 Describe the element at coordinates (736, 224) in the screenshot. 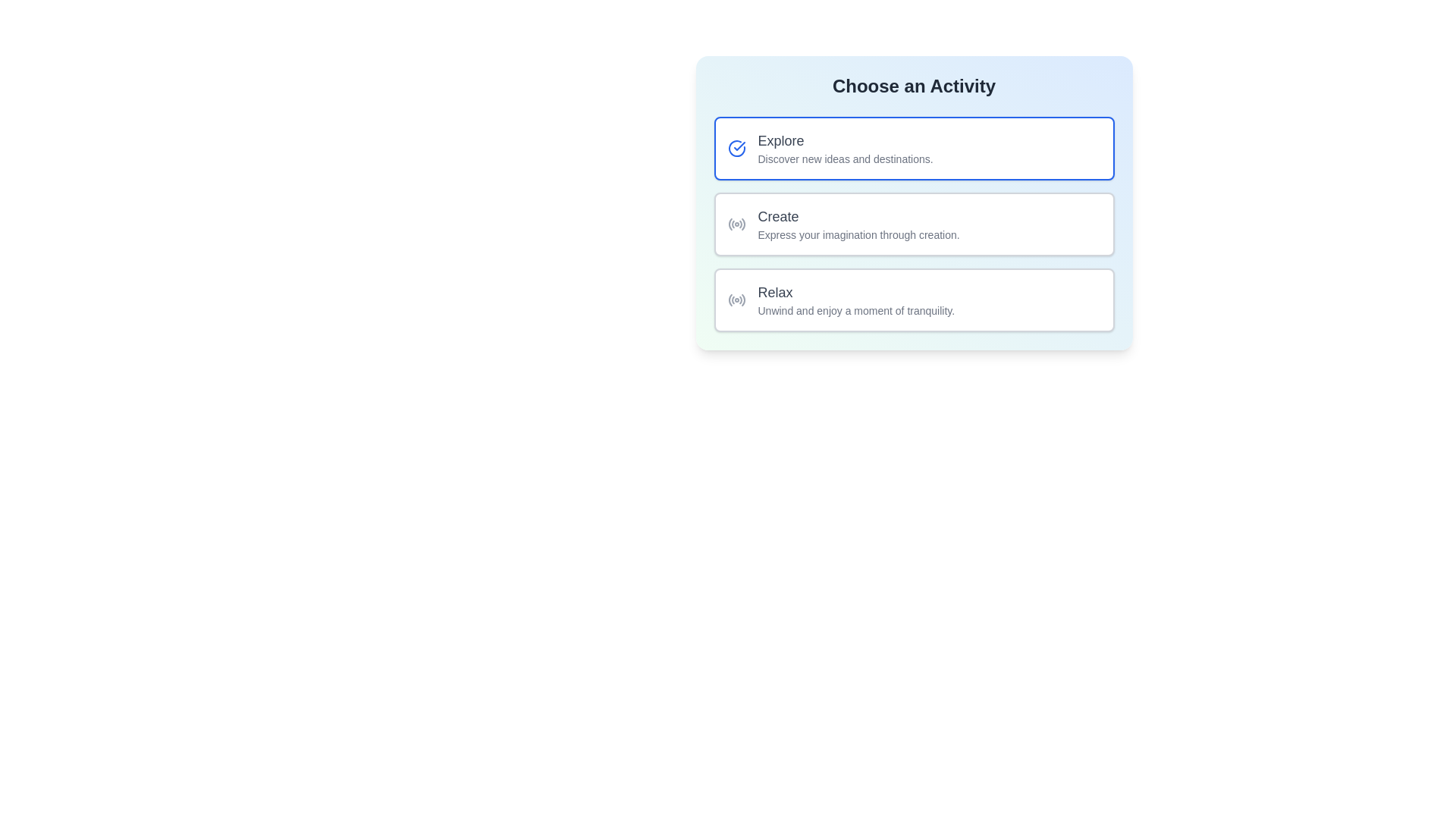

I see `the radio button symbol that indicates the 'Create' activity option in the activity selection menu` at that location.